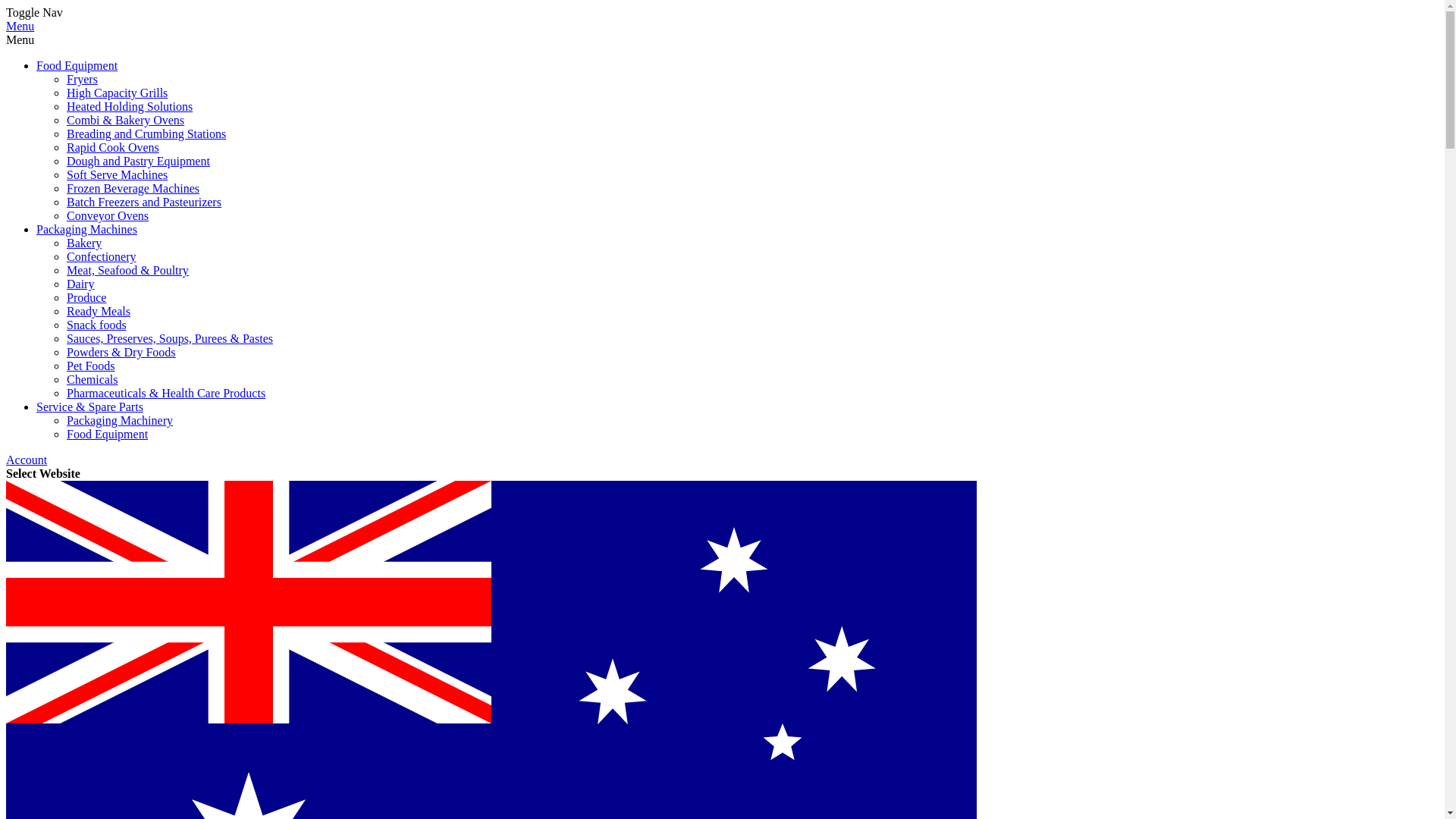 Image resolution: width=1456 pixels, height=819 pixels. Describe the element at coordinates (36, 406) in the screenshot. I see `'Service & Spare Parts'` at that location.